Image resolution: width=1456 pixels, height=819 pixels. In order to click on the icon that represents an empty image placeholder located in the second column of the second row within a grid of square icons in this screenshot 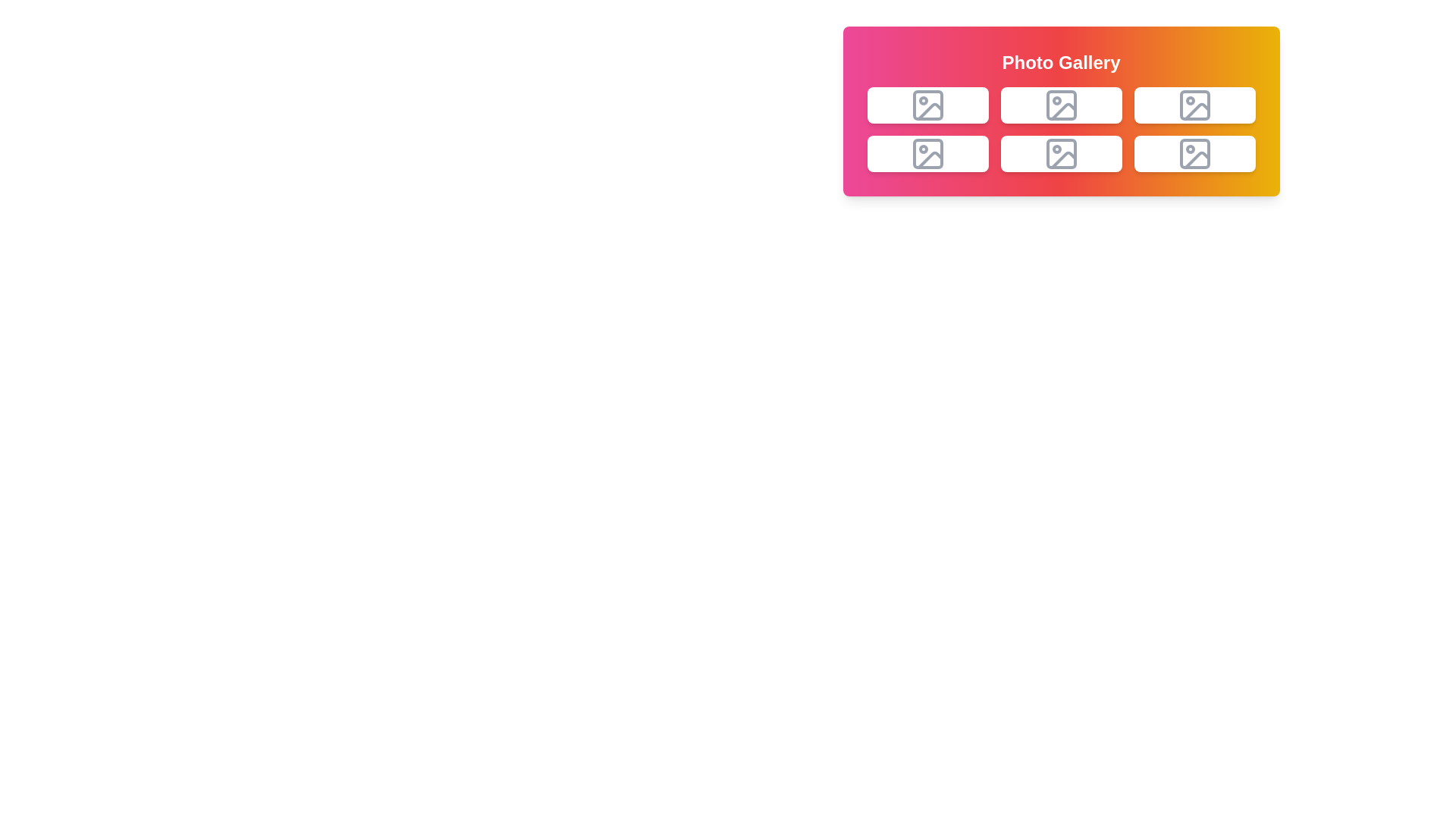, I will do `click(1194, 104)`.